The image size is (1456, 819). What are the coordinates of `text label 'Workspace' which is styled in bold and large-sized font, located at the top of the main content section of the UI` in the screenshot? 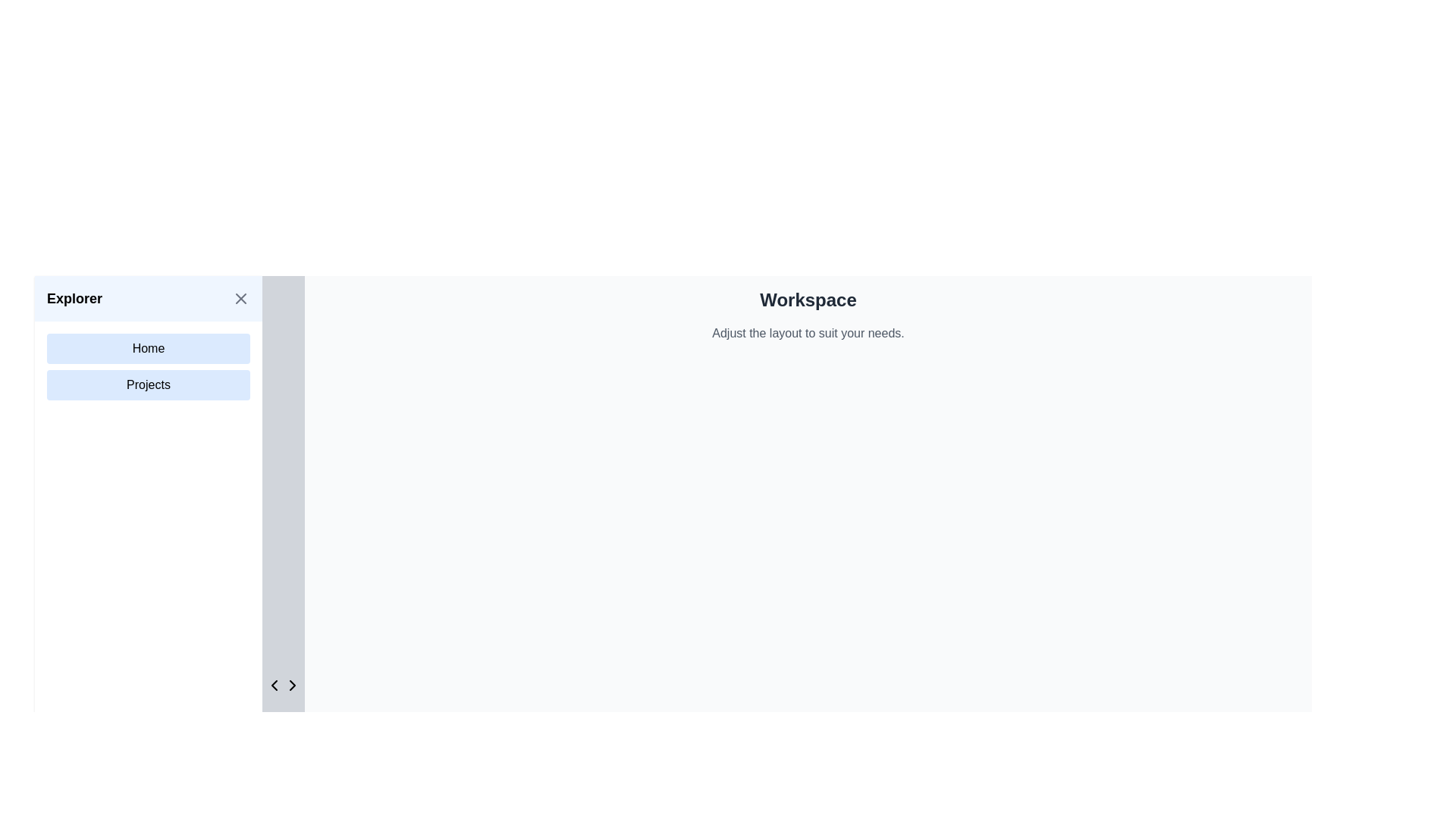 It's located at (807, 300).